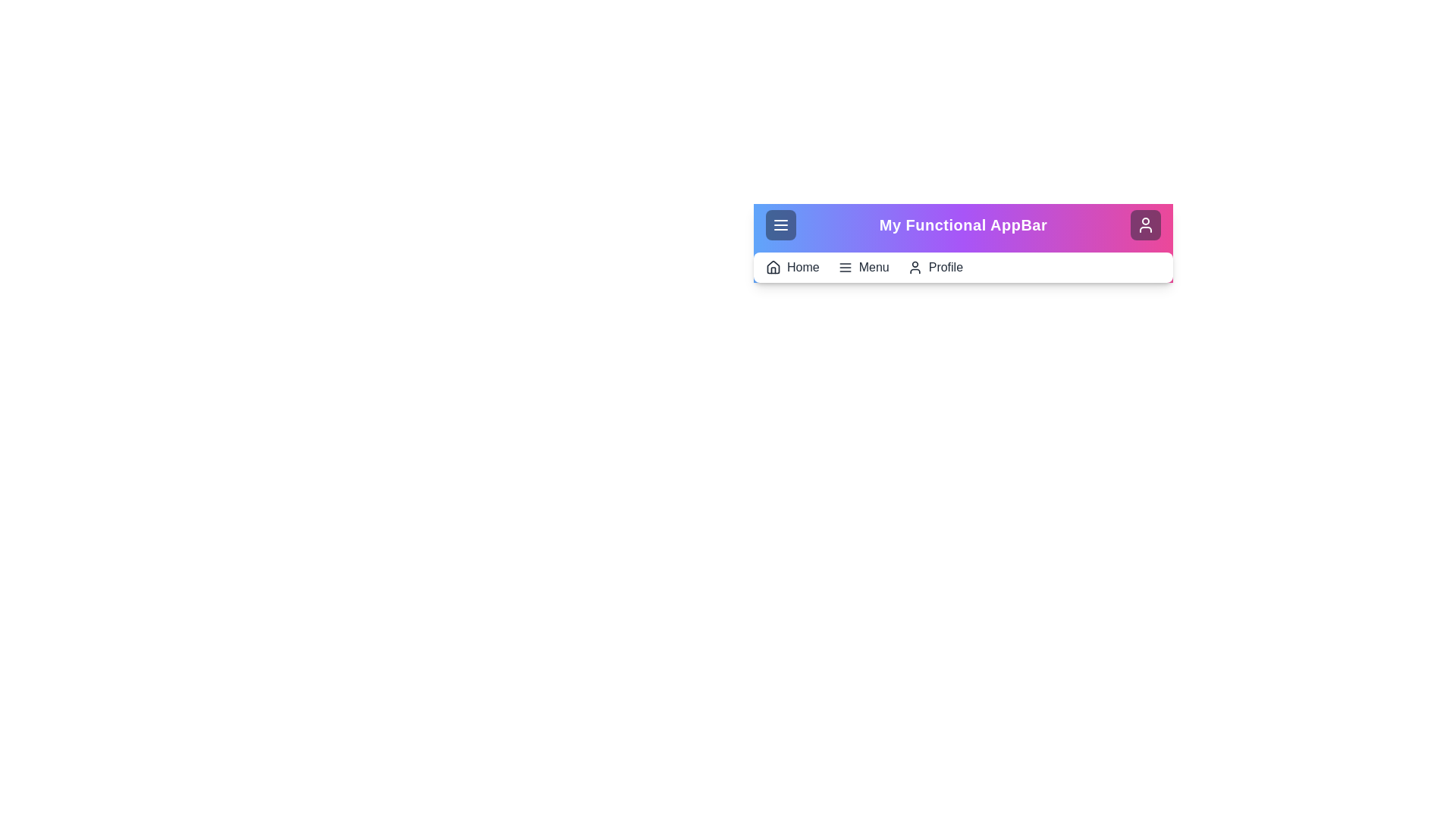 The height and width of the screenshot is (819, 1456). What do you see at coordinates (781, 225) in the screenshot?
I see `menu toggle button to toggle the navigation menu visibility` at bounding box center [781, 225].